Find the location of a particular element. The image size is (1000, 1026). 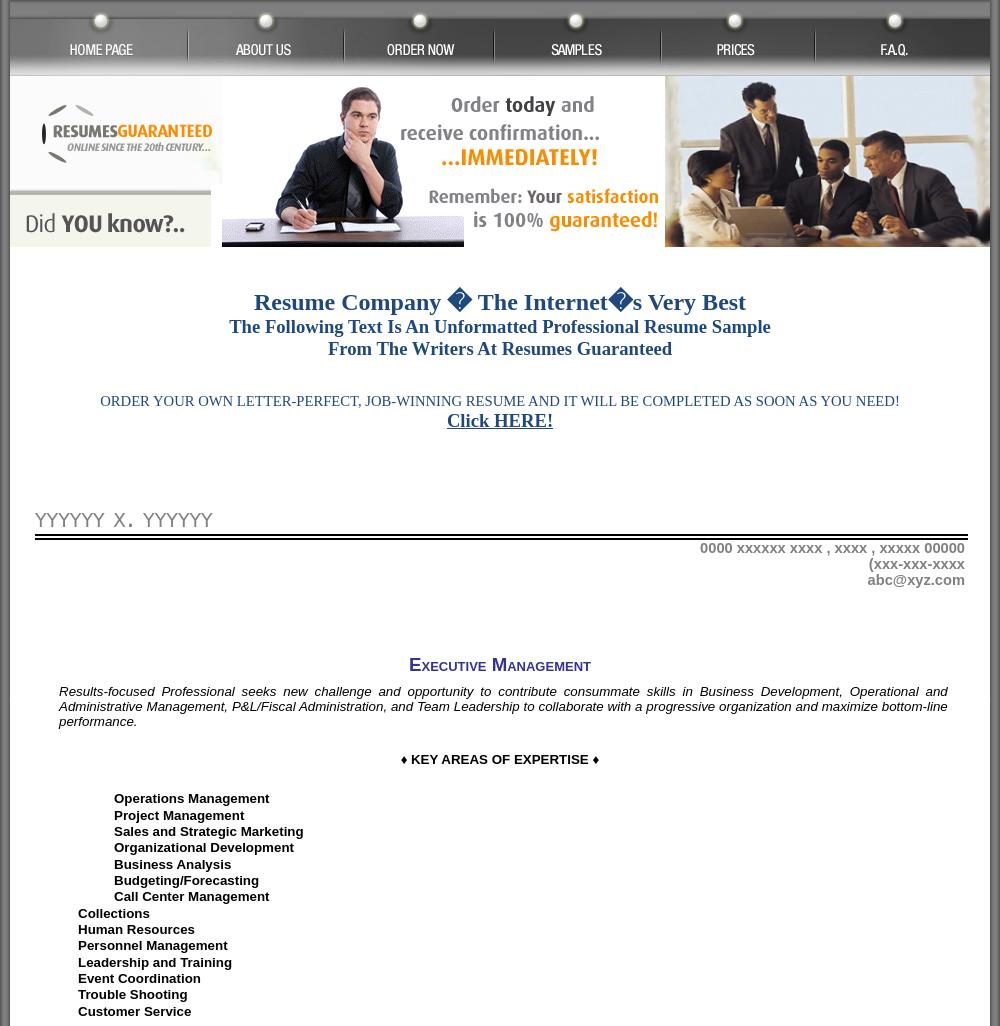

'Customer
Service' is located at coordinates (77, 1009).